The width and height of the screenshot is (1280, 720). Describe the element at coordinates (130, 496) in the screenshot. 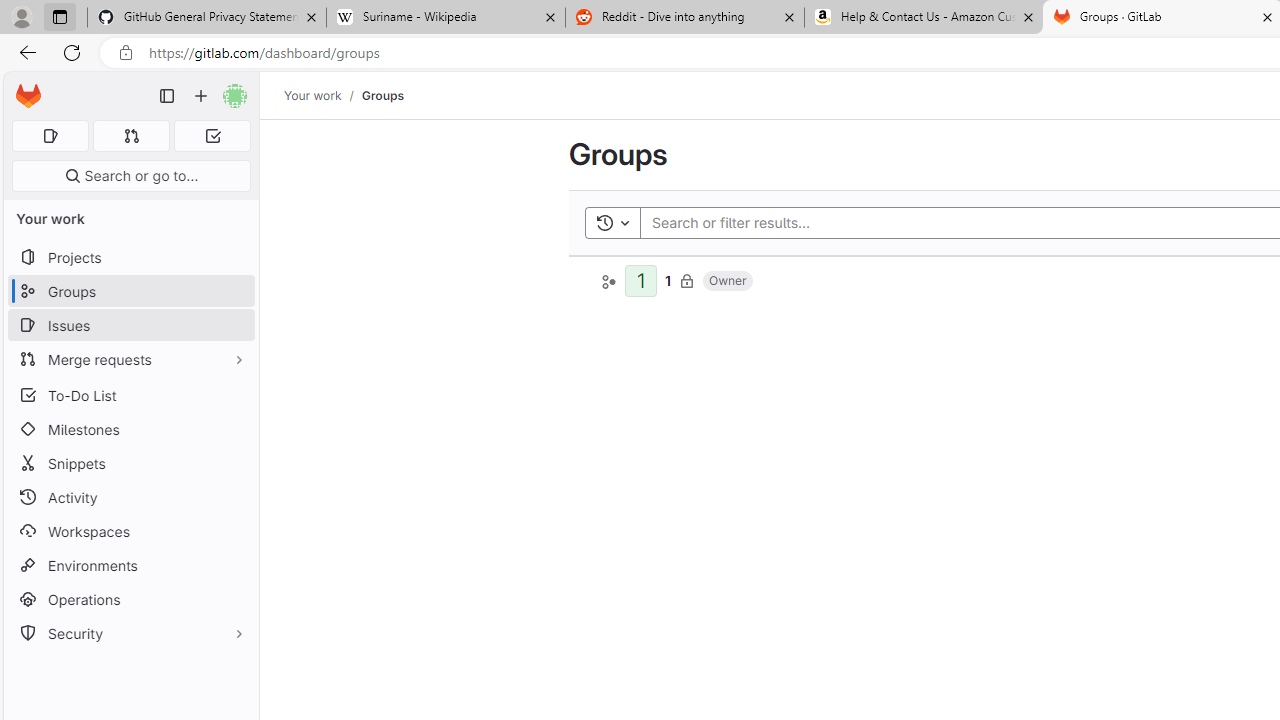

I see `'Activity'` at that location.